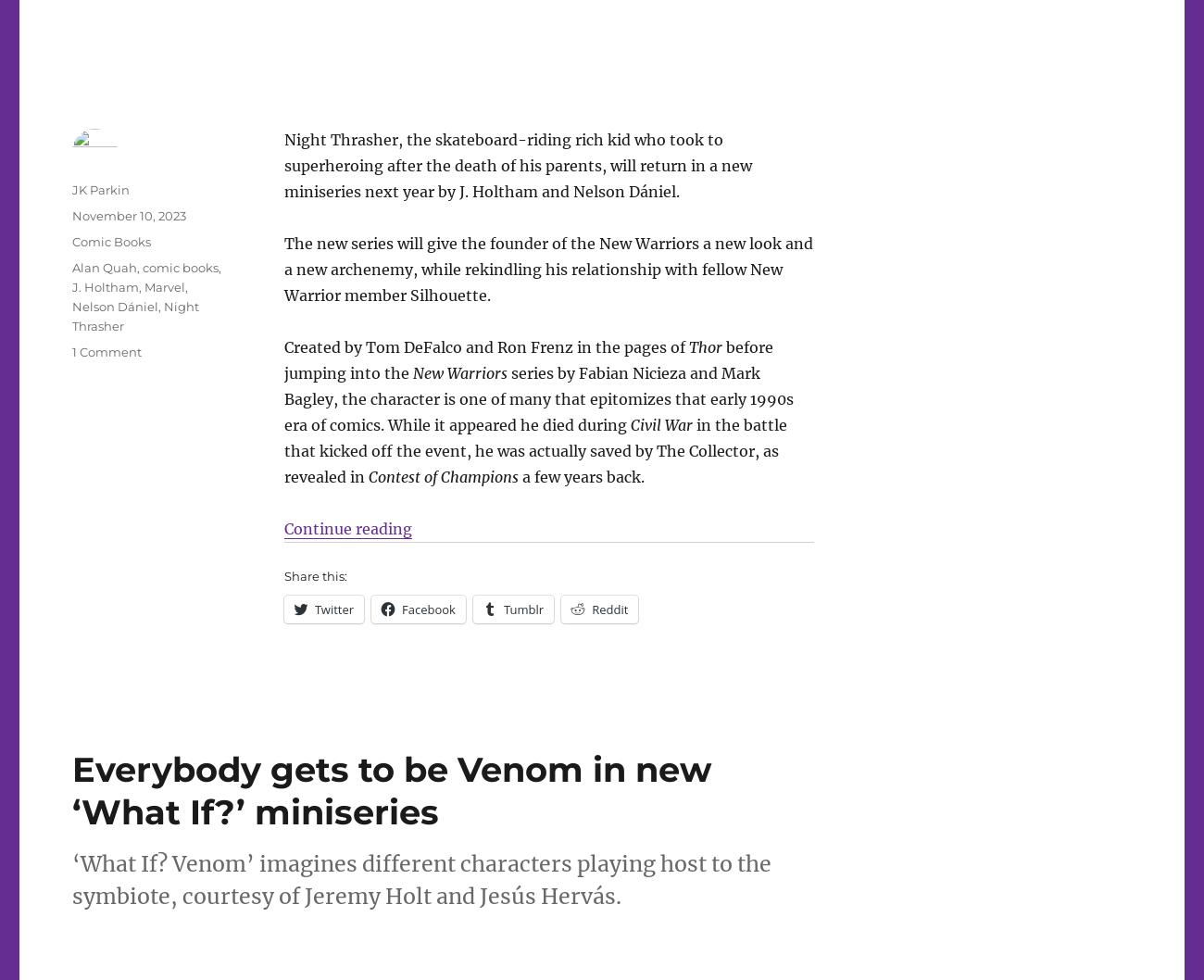 The width and height of the screenshot is (1204, 980). What do you see at coordinates (392, 788) in the screenshot?
I see `'Everybody gets to be Venom in new ‘What If?’ miniseries'` at bounding box center [392, 788].